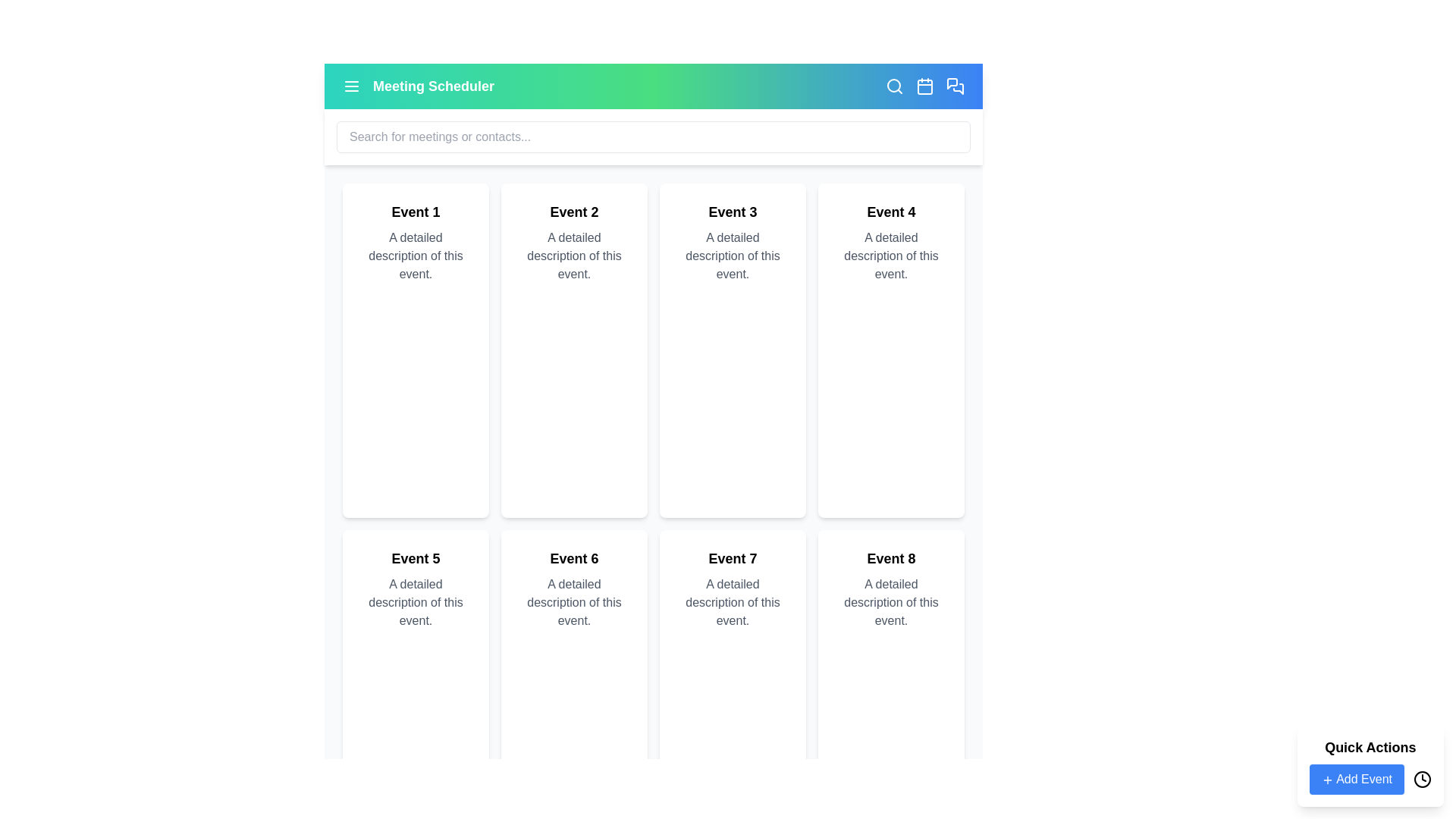 Image resolution: width=1456 pixels, height=819 pixels. What do you see at coordinates (351, 86) in the screenshot?
I see `the Hamburger Menu icon located on the left side of the header bar before the 'Meeting Scheduler' text` at bounding box center [351, 86].